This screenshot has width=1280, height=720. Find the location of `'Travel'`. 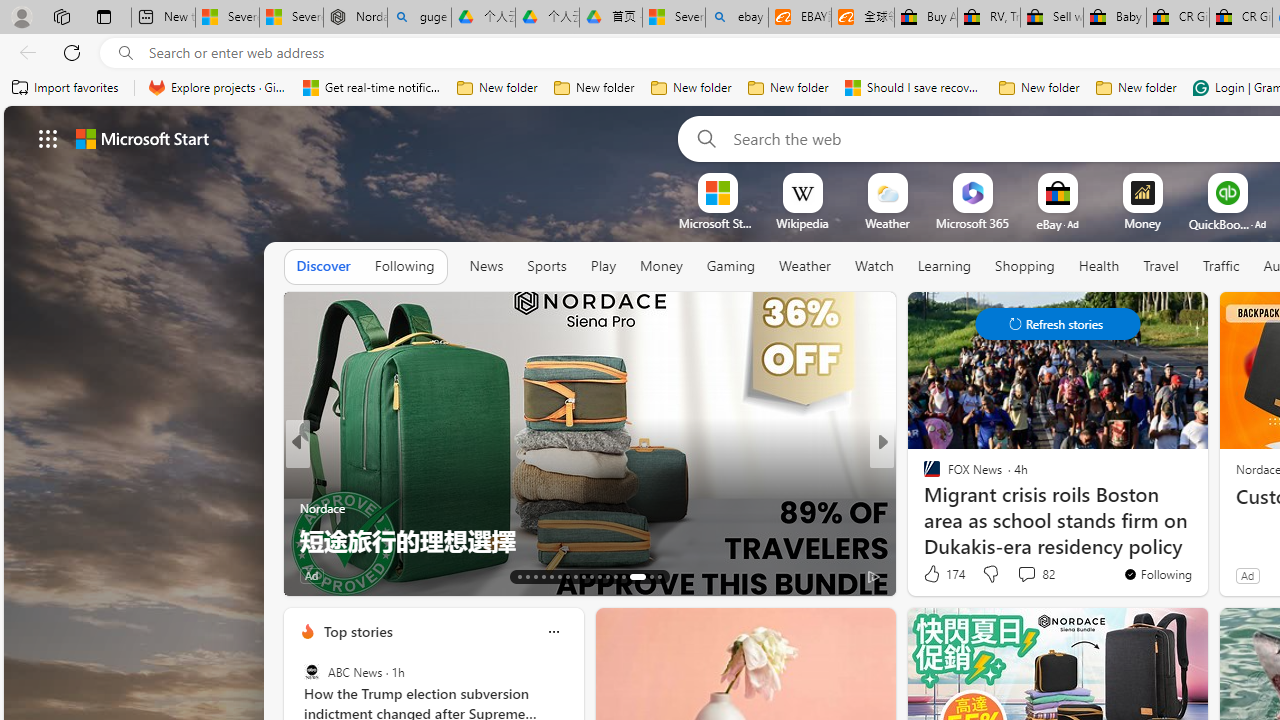

'Travel' is located at coordinates (1160, 265).